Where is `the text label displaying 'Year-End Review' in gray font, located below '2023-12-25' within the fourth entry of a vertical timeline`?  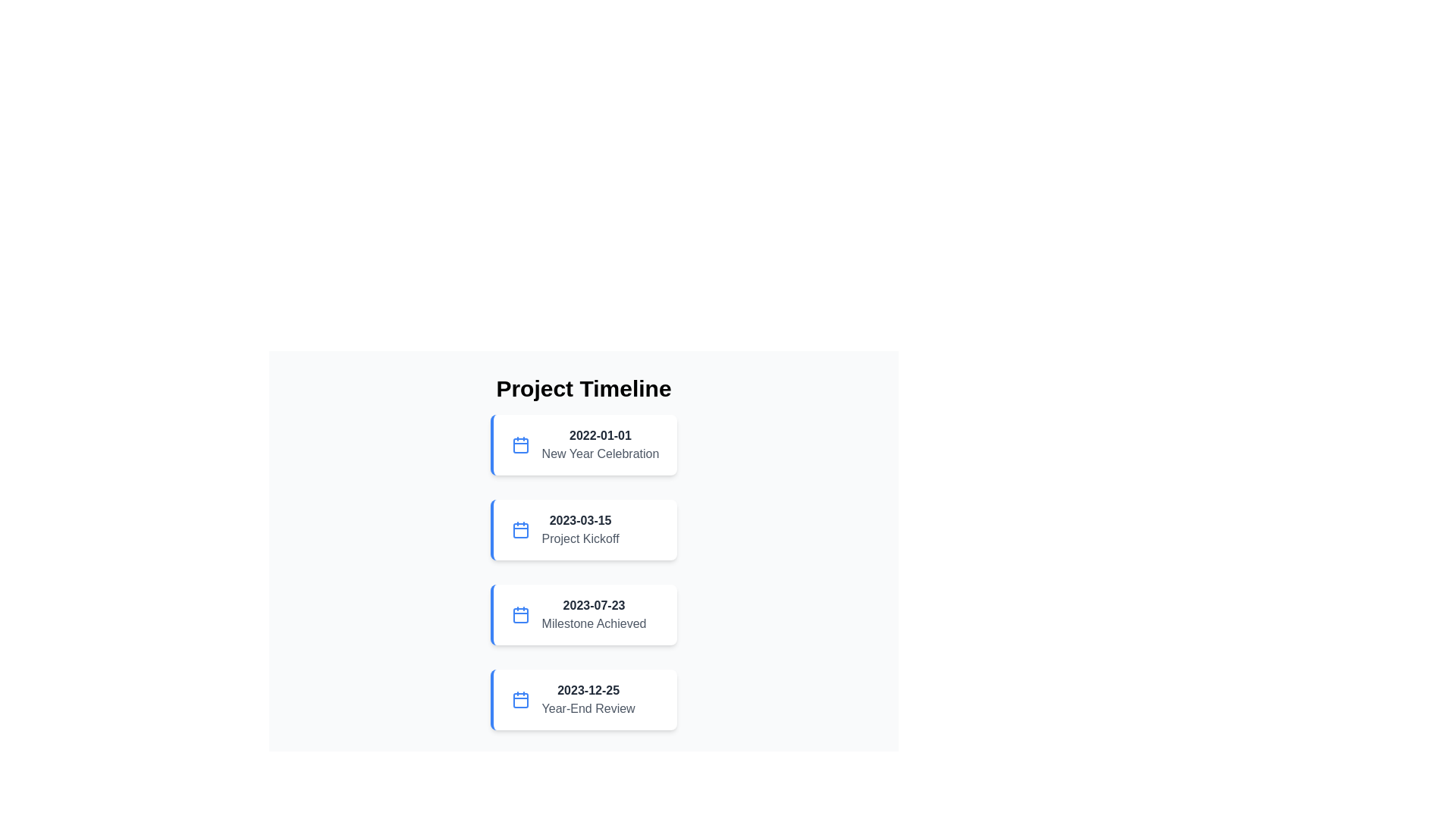 the text label displaying 'Year-End Review' in gray font, located below '2023-12-25' within the fourth entry of a vertical timeline is located at coordinates (588, 708).